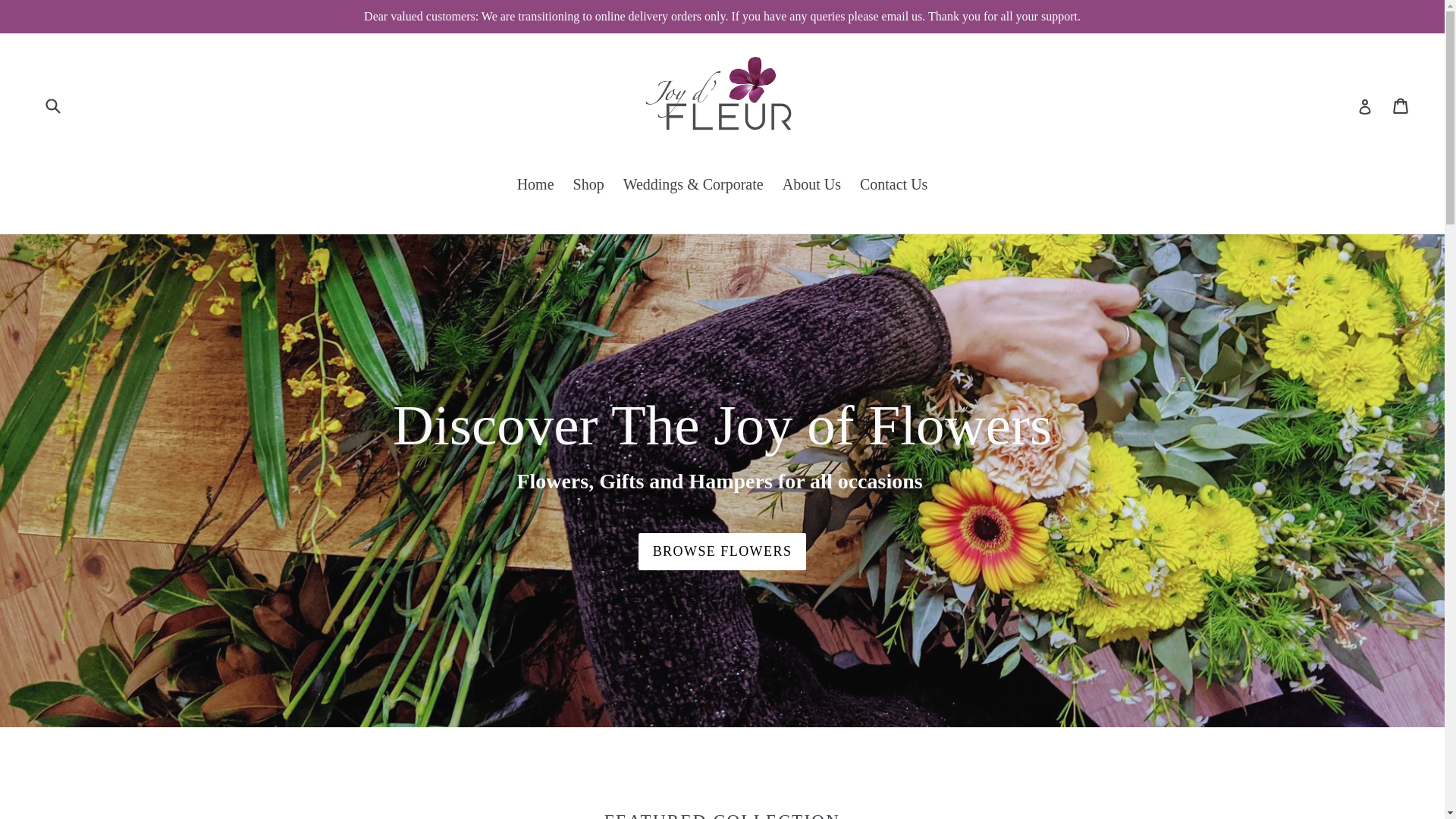 This screenshot has width=1456, height=819. I want to click on 'Contact Us', so click(893, 184).